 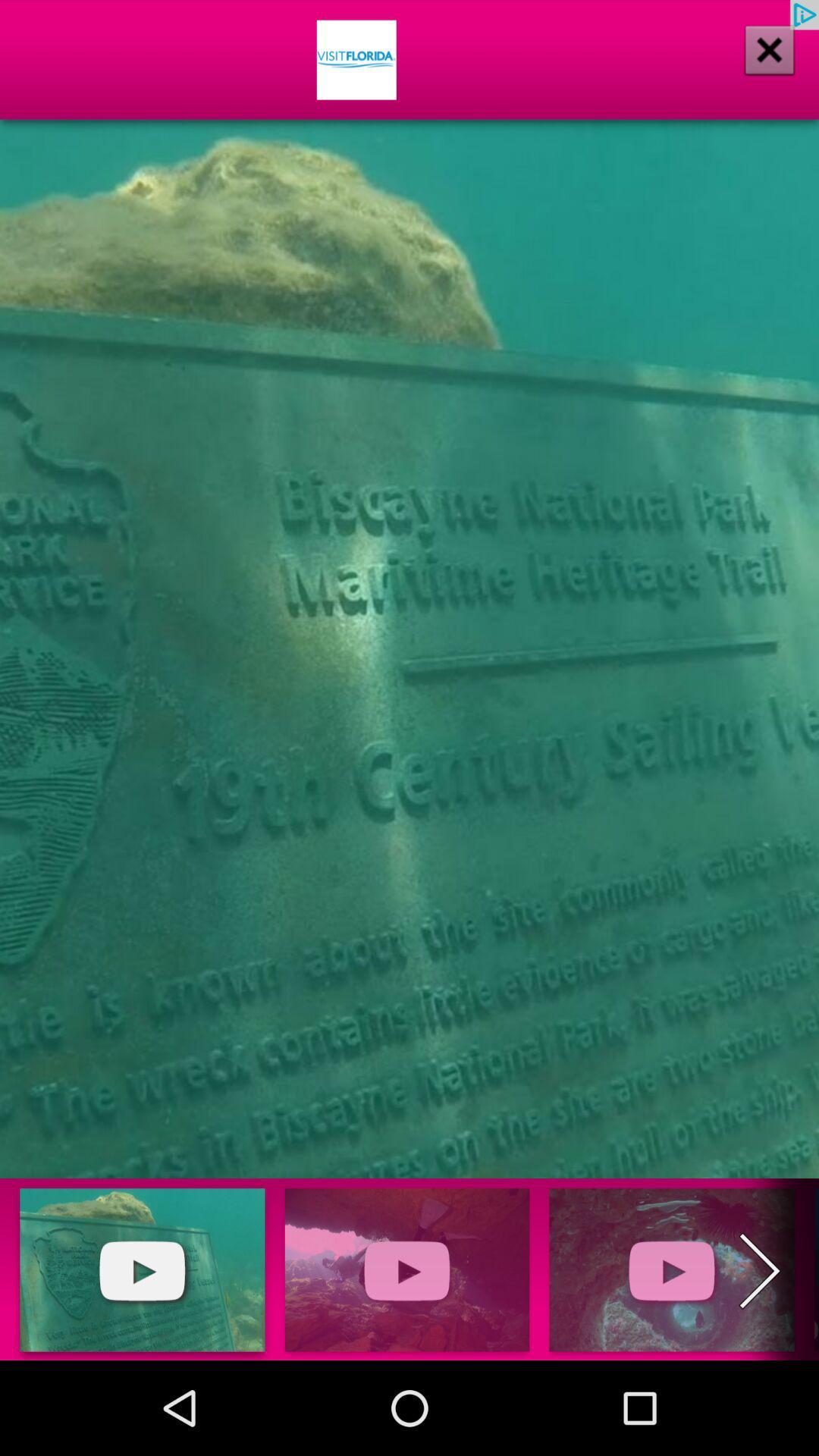 I want to click on the close icon, so click(x=769, y=53).